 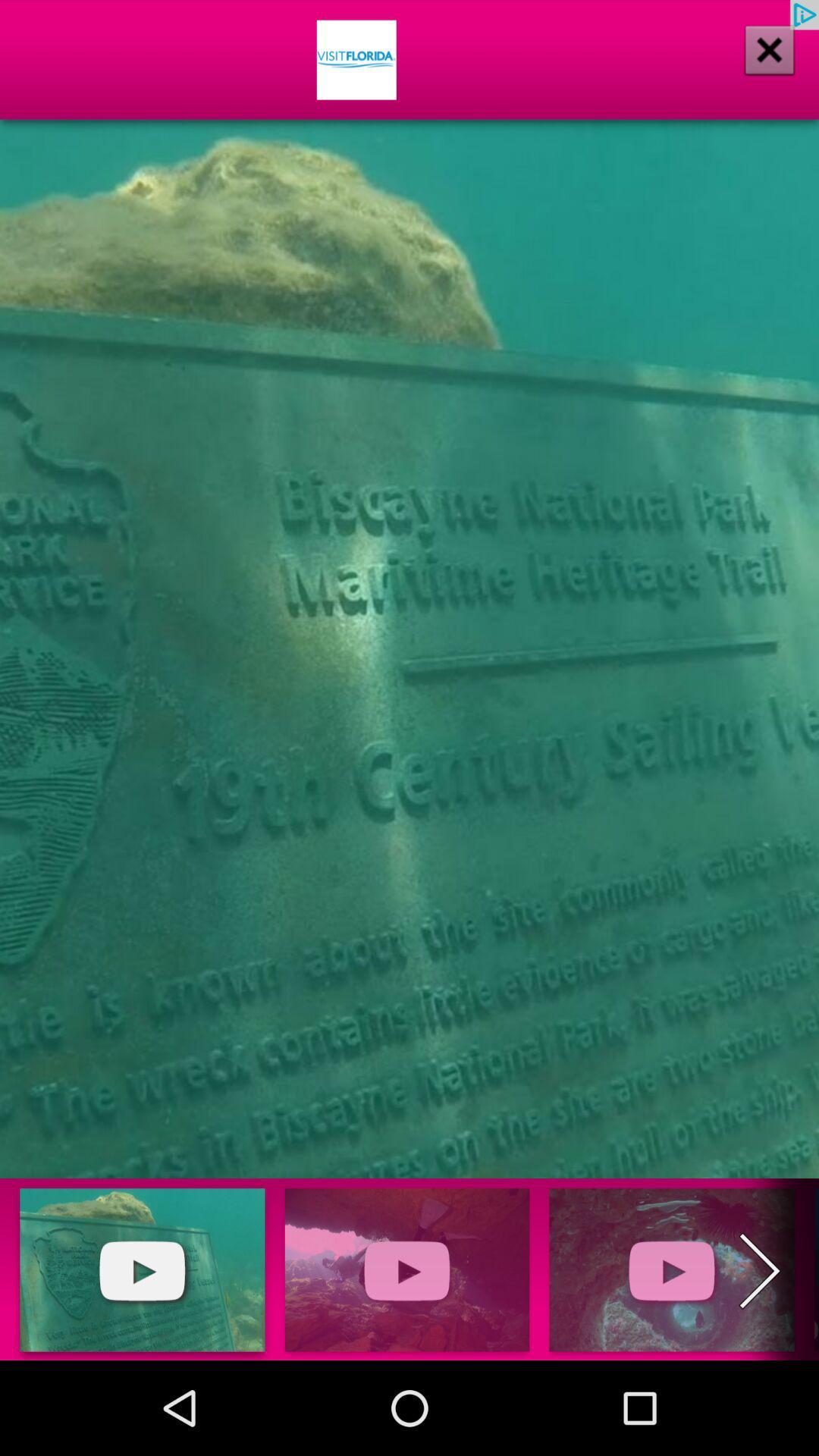 I want to click on the close icon, so click(x=769, y=53).